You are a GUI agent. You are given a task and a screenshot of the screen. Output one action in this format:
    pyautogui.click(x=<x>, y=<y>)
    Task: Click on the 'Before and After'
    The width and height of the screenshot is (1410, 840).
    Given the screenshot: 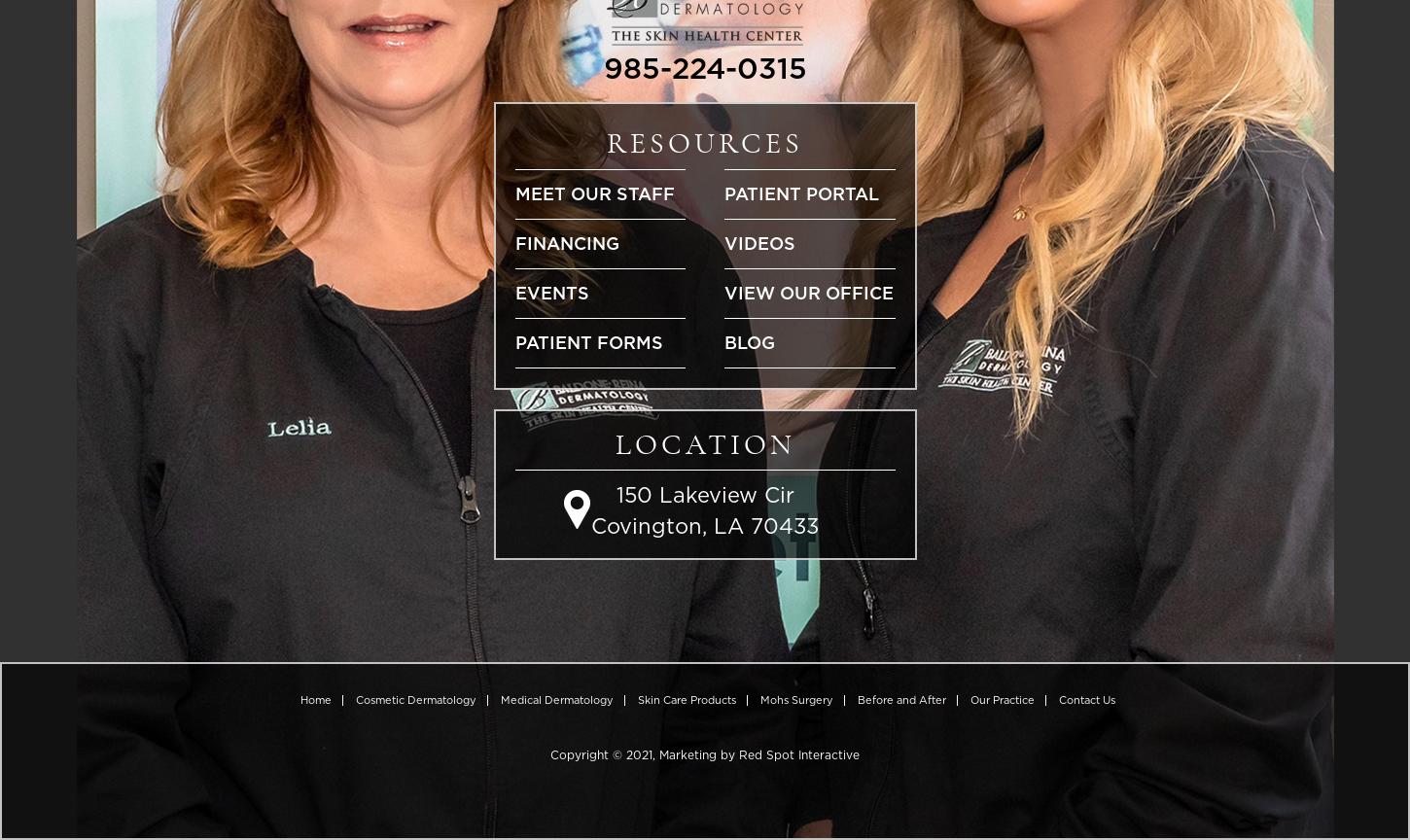 What is the action you would take?
    pyautogui.click(x=899, y=699)
    